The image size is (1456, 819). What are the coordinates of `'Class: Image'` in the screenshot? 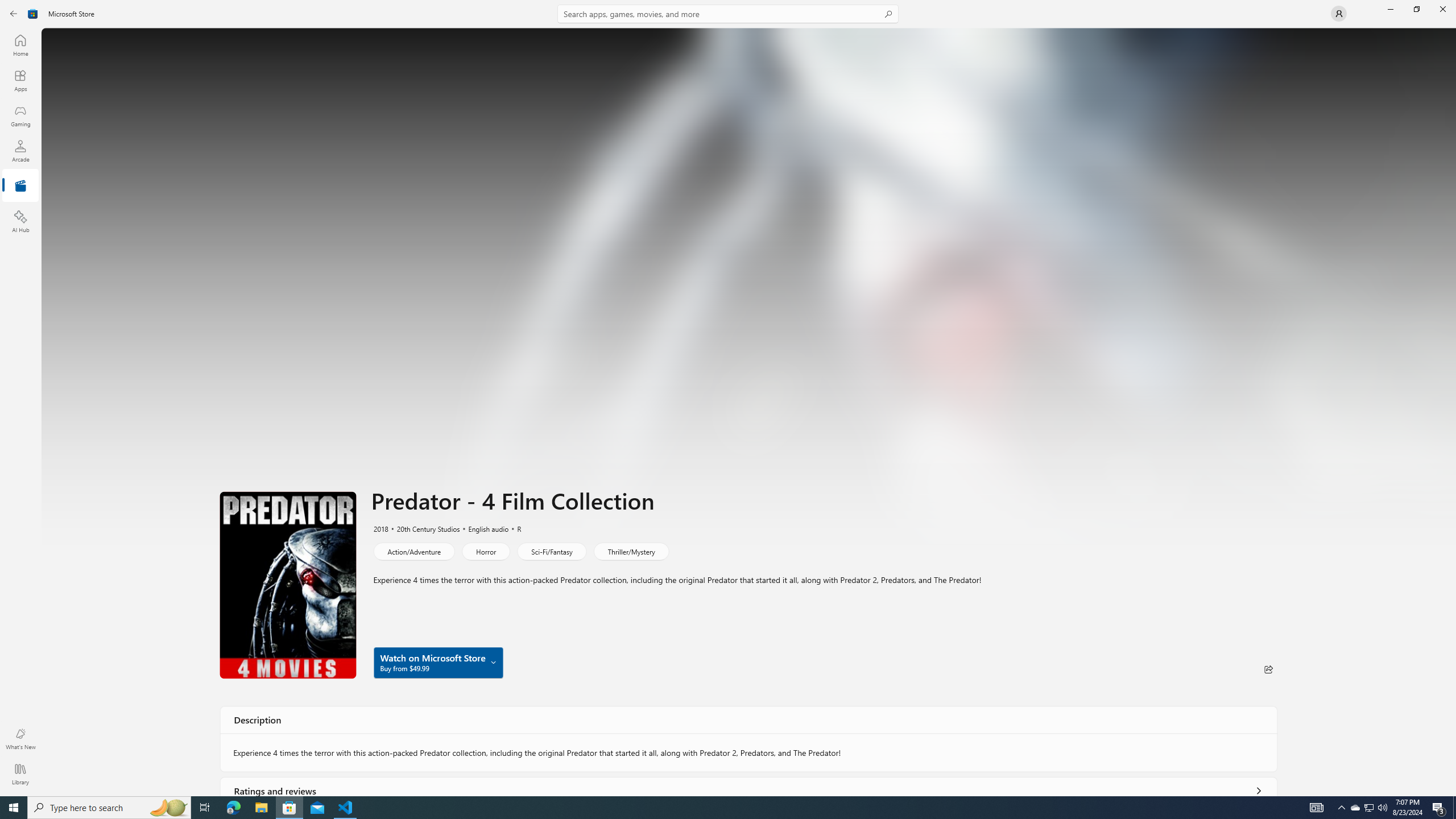 It's located at (32, 13).